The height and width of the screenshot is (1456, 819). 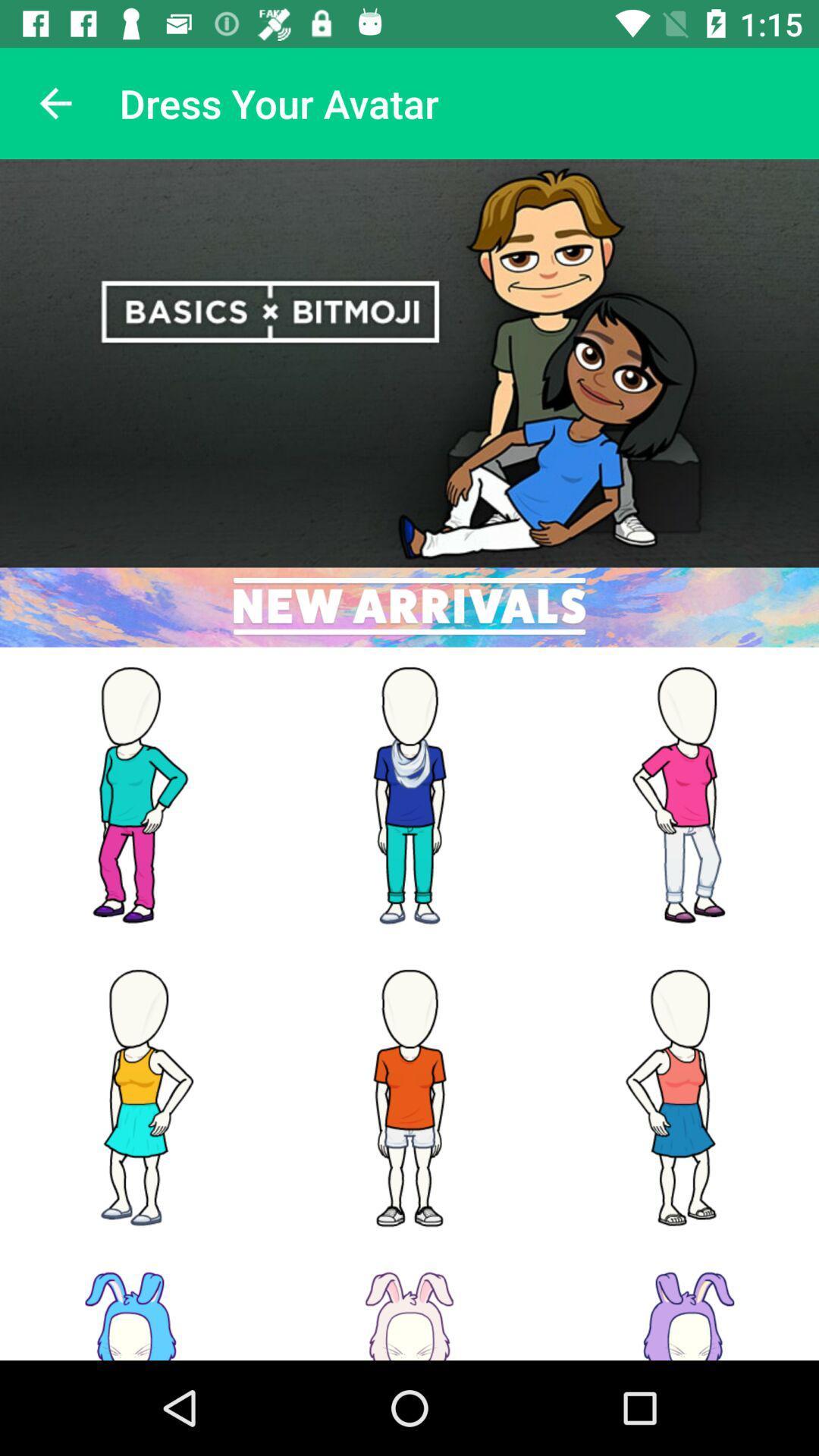 I want to click on the item to the left of dress your avatar app, so click(x=55, y=102).